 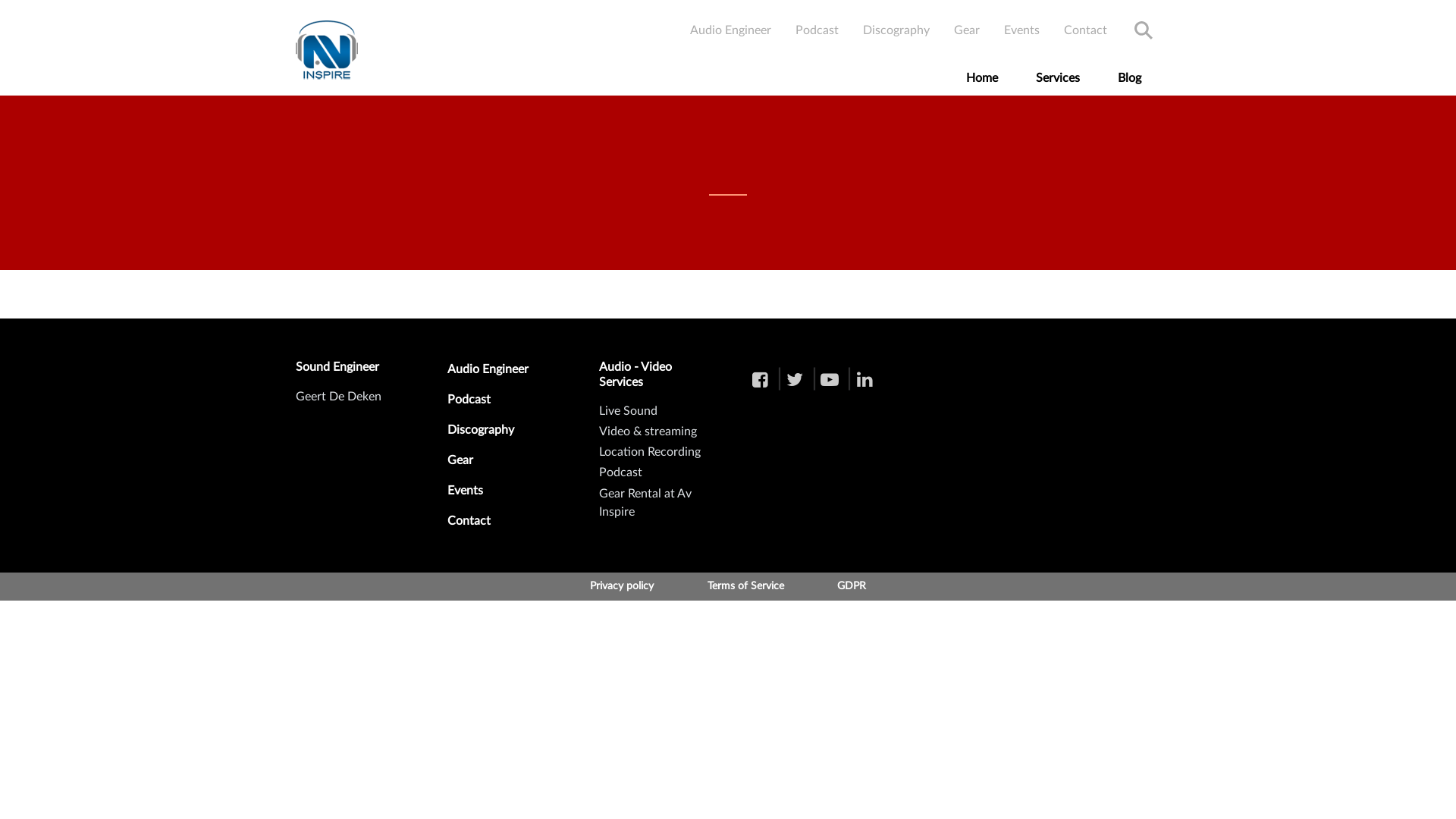 What do you see at coordinates (500, 465) in the screenshot?
I see `'Gear'` at bounding box center [500, 465].